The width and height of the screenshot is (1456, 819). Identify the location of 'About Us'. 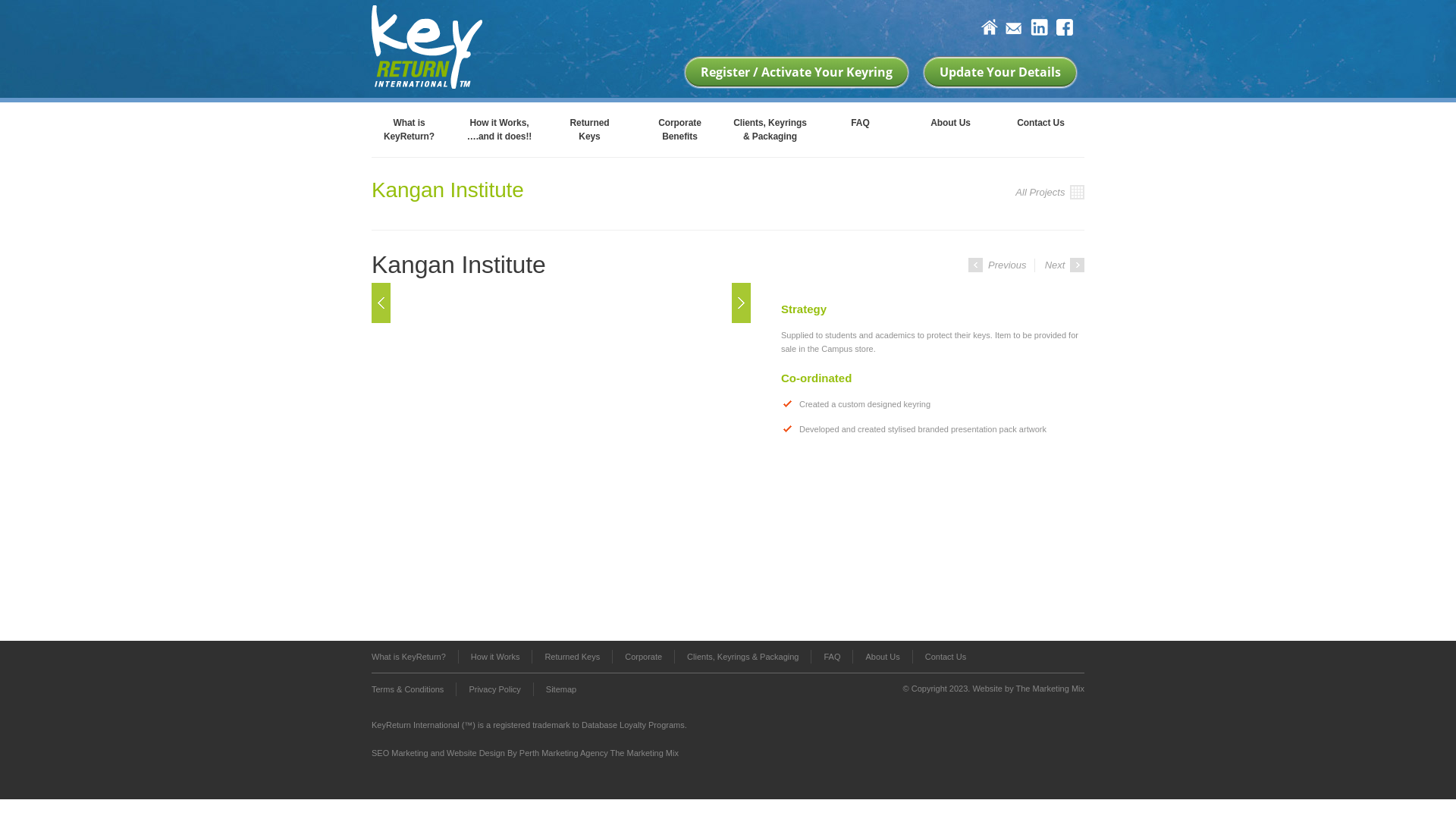
(949, 127).